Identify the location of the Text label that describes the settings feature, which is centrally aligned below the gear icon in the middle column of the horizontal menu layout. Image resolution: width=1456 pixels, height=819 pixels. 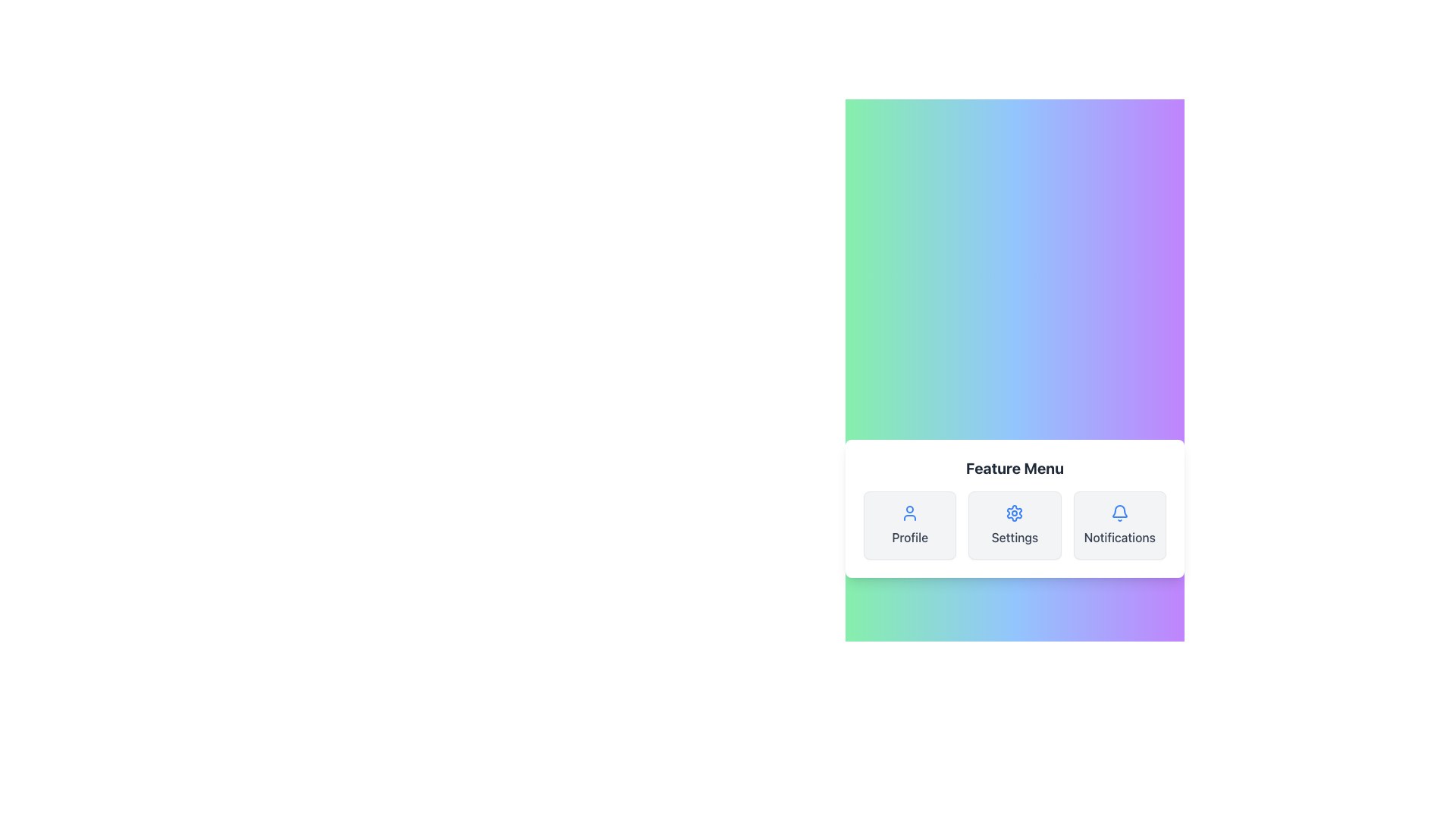
(1015, 537).